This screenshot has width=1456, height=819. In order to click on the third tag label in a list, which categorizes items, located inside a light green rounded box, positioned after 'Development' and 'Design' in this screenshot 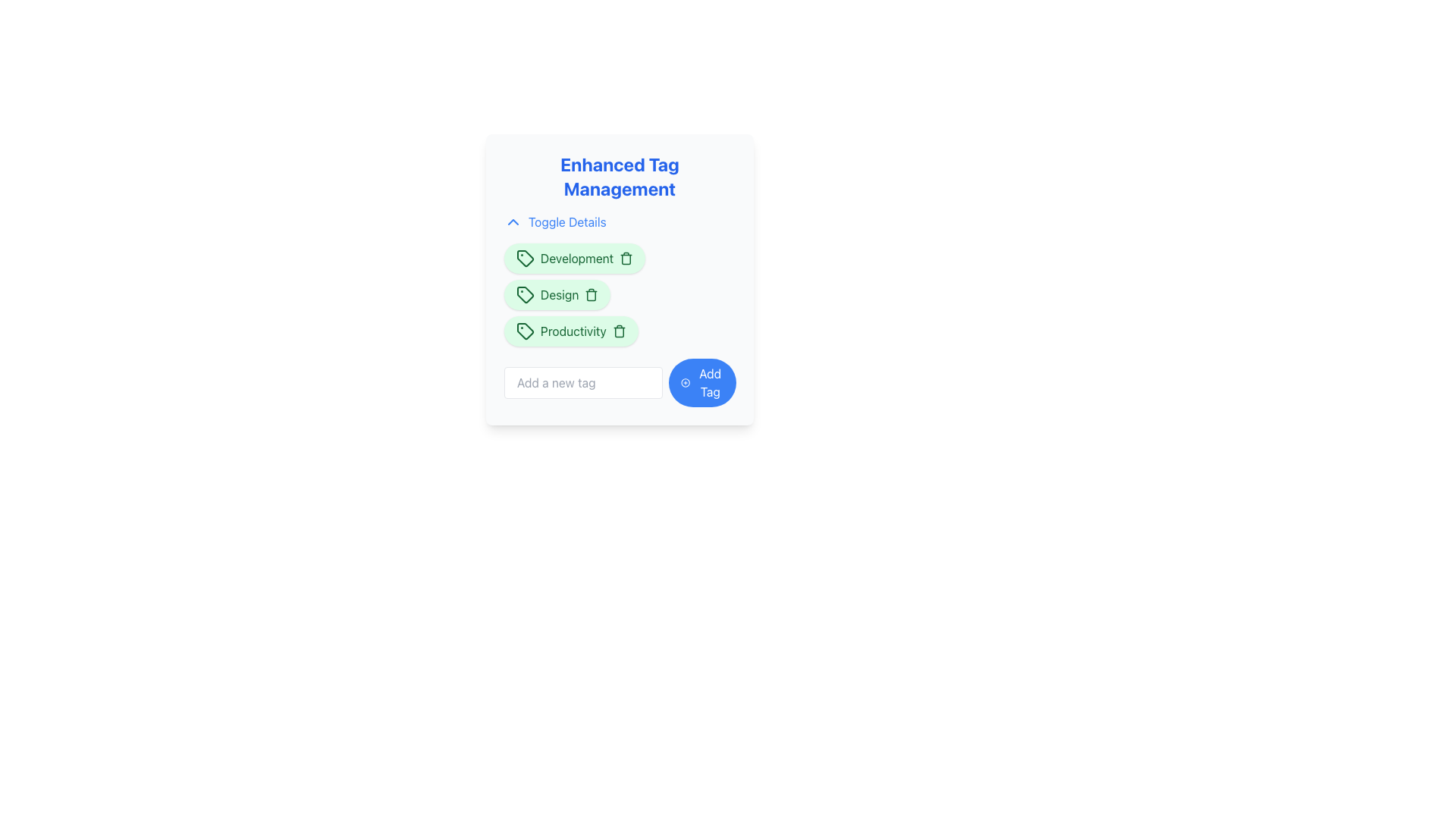, I will do `click(573, 330)`.